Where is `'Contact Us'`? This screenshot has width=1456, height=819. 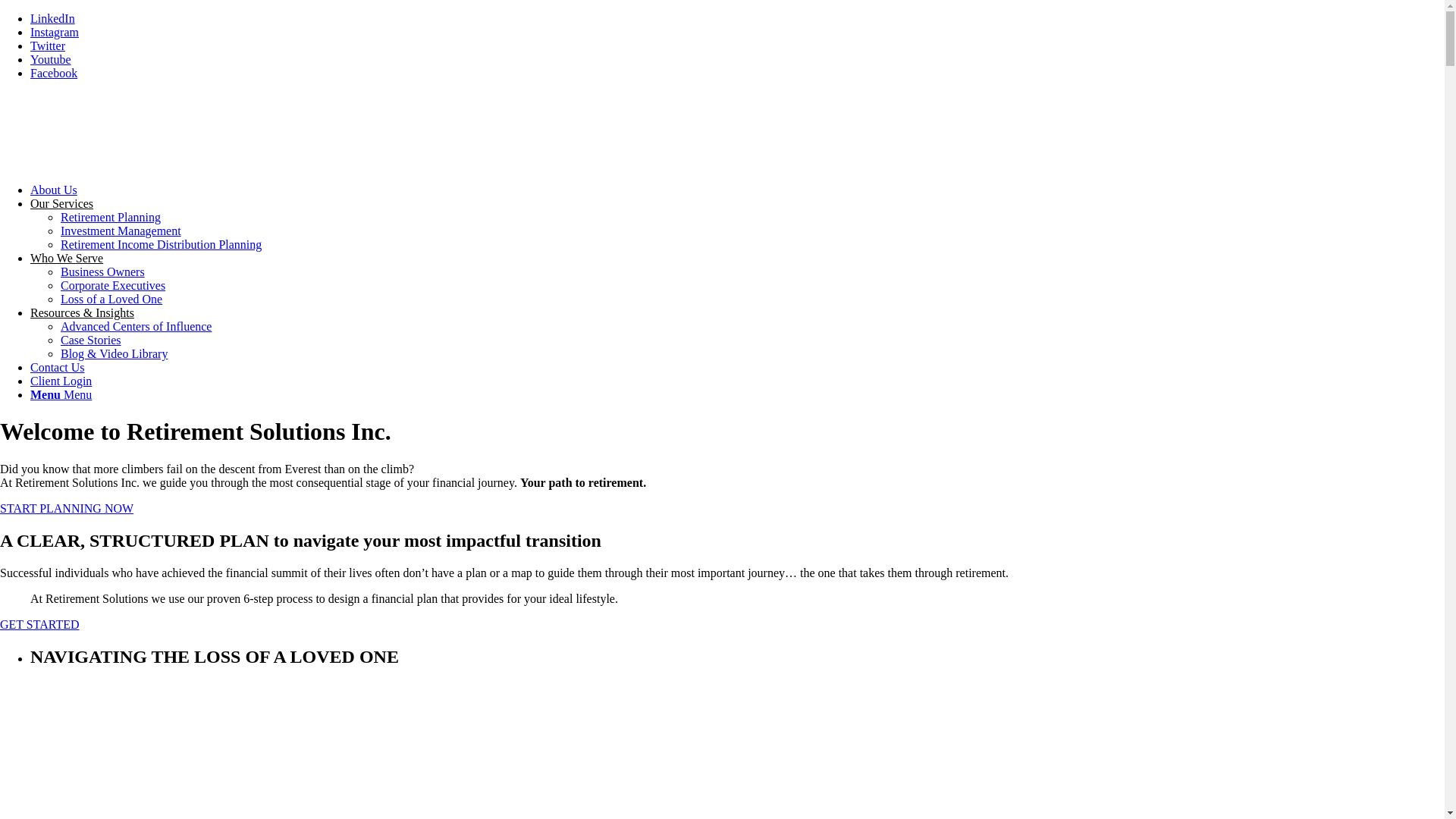
'Contact Us' is located at coordinates (58, 367).